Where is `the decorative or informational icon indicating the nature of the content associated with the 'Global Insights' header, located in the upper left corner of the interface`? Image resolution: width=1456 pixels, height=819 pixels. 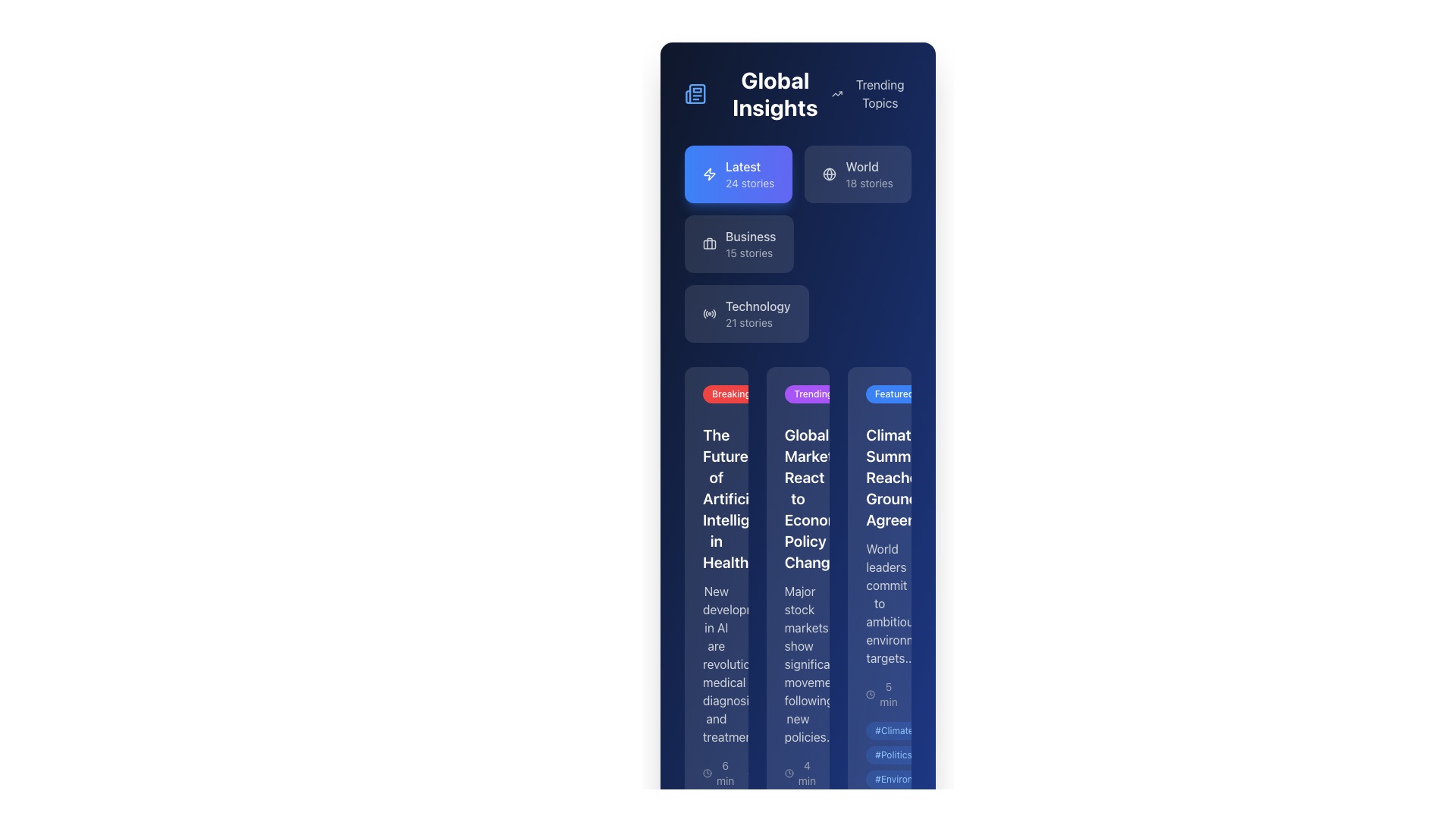 the decorative or informational icon indicating the nature of the content associated with the 'Global Insights' header, located in the upper left corner of the interface is located at coordinates (695, 93).